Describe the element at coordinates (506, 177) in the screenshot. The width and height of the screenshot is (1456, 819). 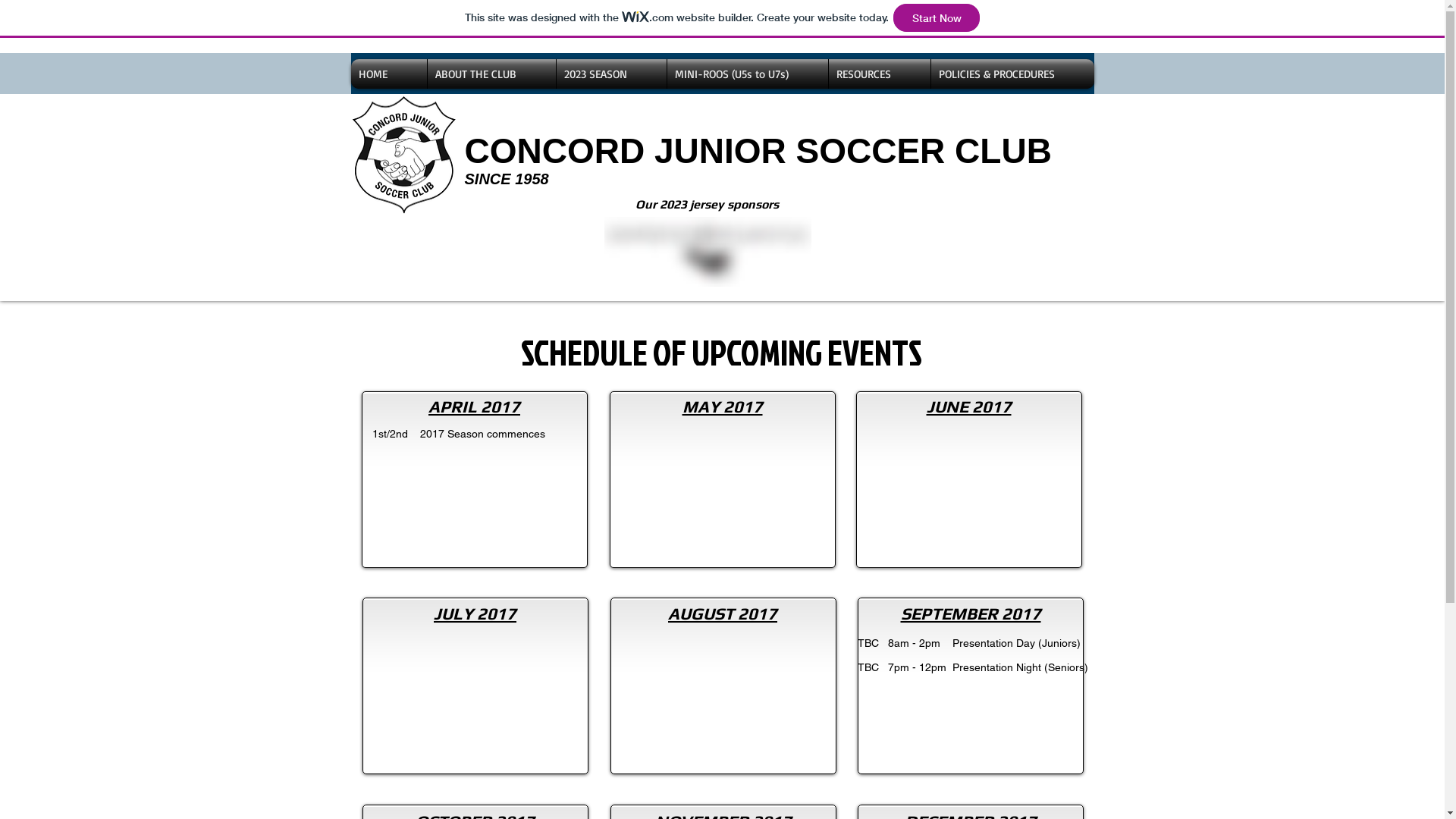
I see `'SINCE 1958'` at that location.